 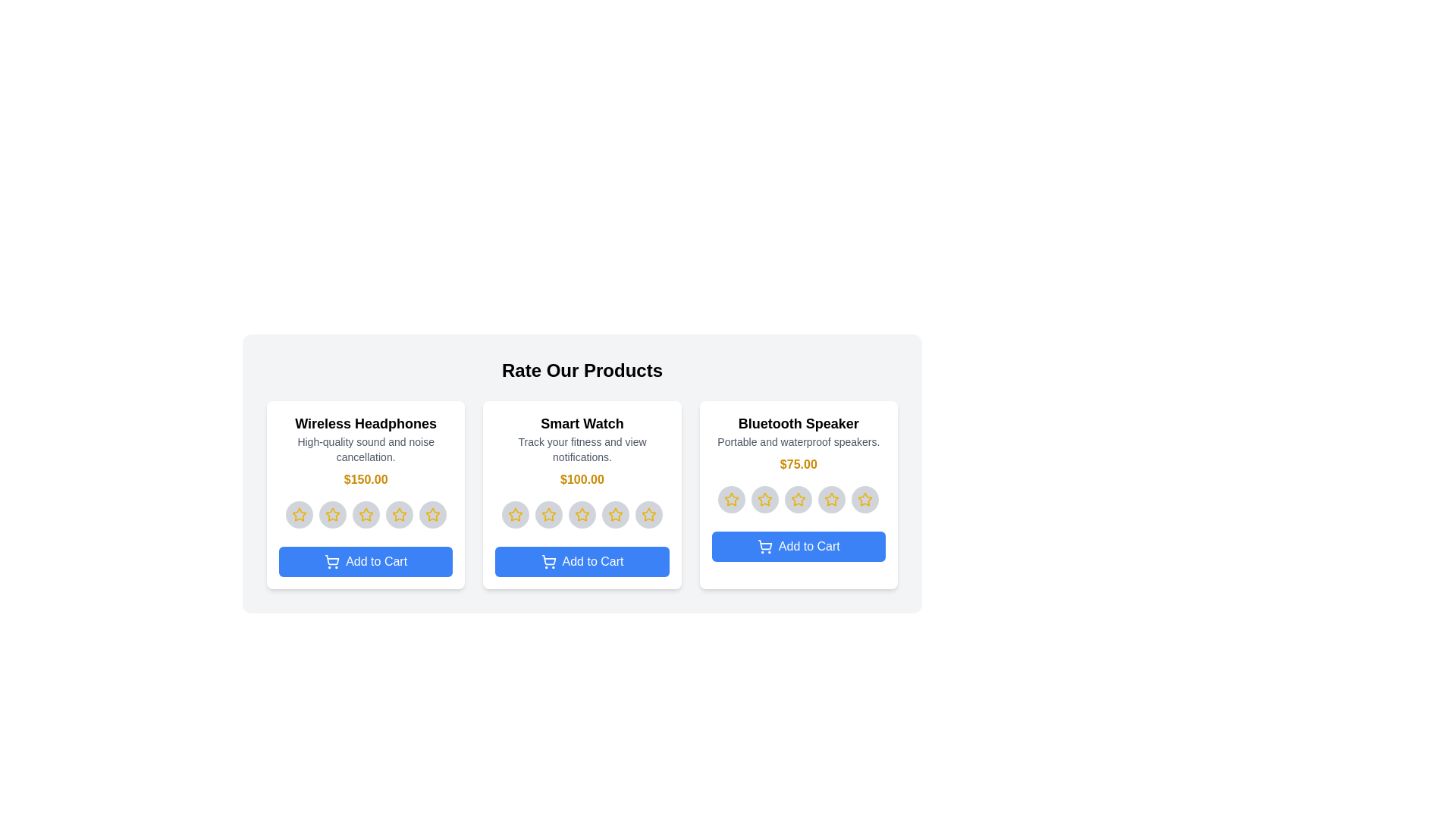 I want to click on the star corresponding to 2 for the product 'Bluetooth Speaker', so click(x=765, y=500).